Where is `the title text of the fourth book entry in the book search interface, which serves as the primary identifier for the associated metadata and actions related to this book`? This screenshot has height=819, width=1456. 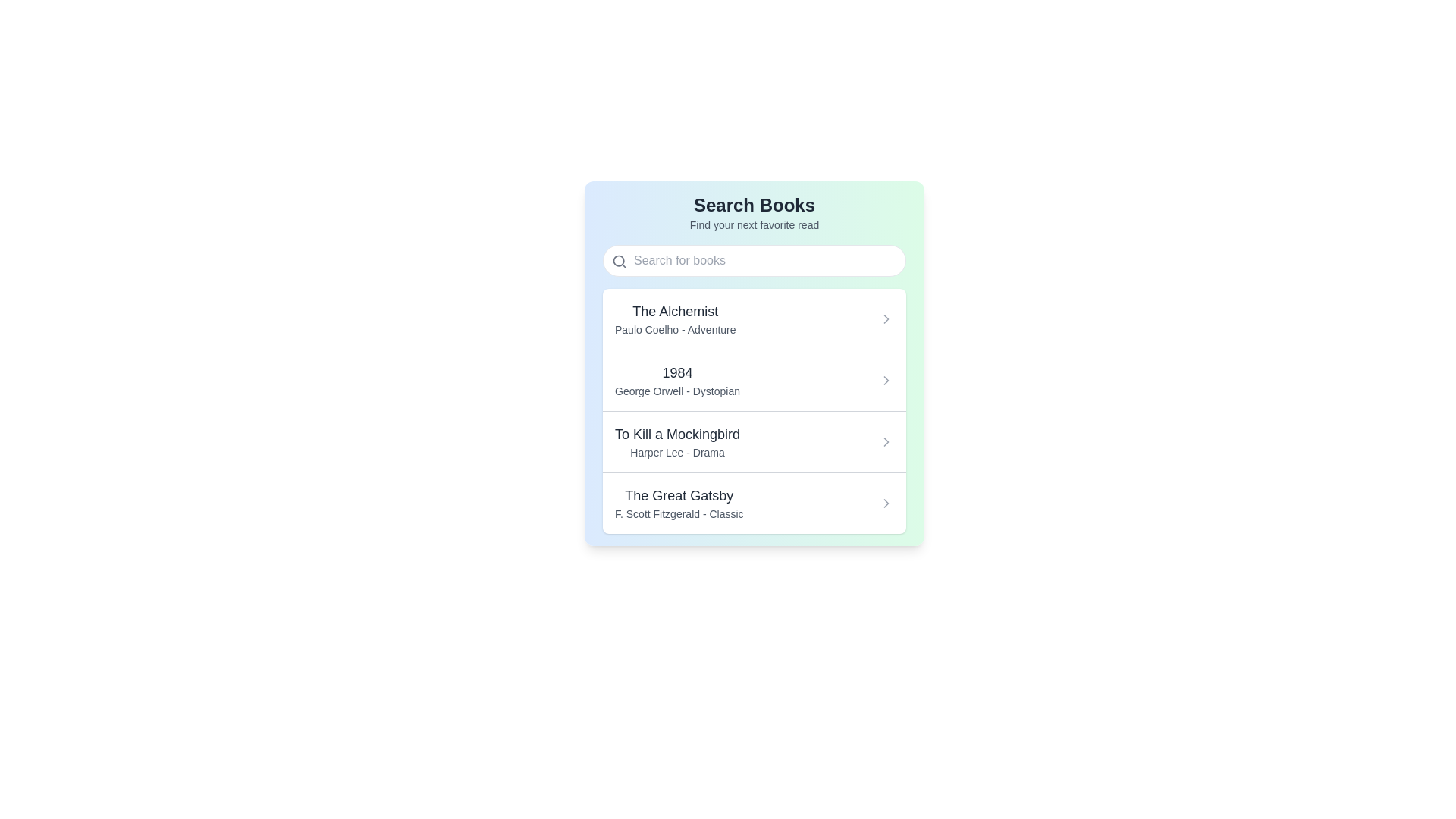
the title text of the fourth book entry in the book search interface, which serves as the primary identifier for the associated metadata and actions related to this book is located at coordinates (678, 496).